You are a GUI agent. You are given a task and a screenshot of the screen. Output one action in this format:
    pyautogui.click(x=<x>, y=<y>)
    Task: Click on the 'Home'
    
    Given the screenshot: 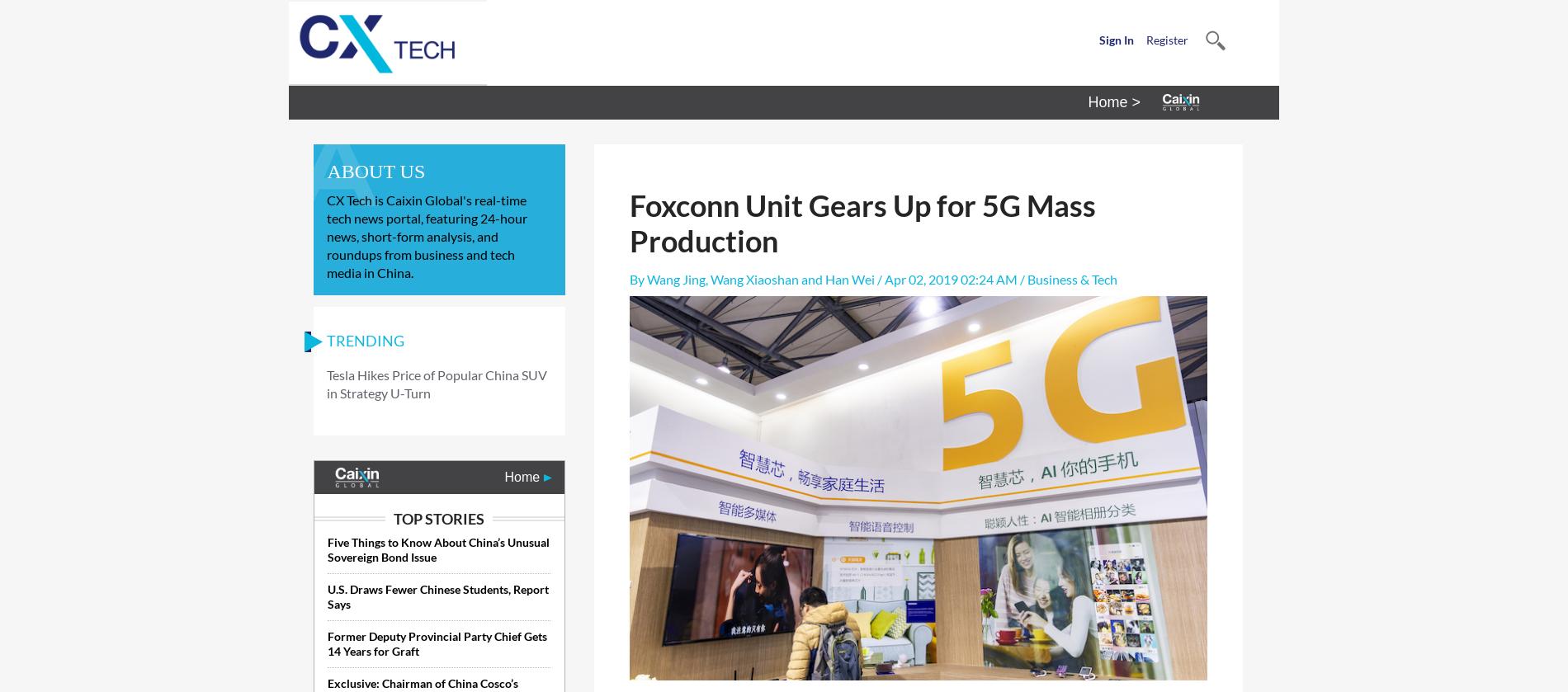 What is the action you would take?
    pyautogui.click(x=523, y=476)
    